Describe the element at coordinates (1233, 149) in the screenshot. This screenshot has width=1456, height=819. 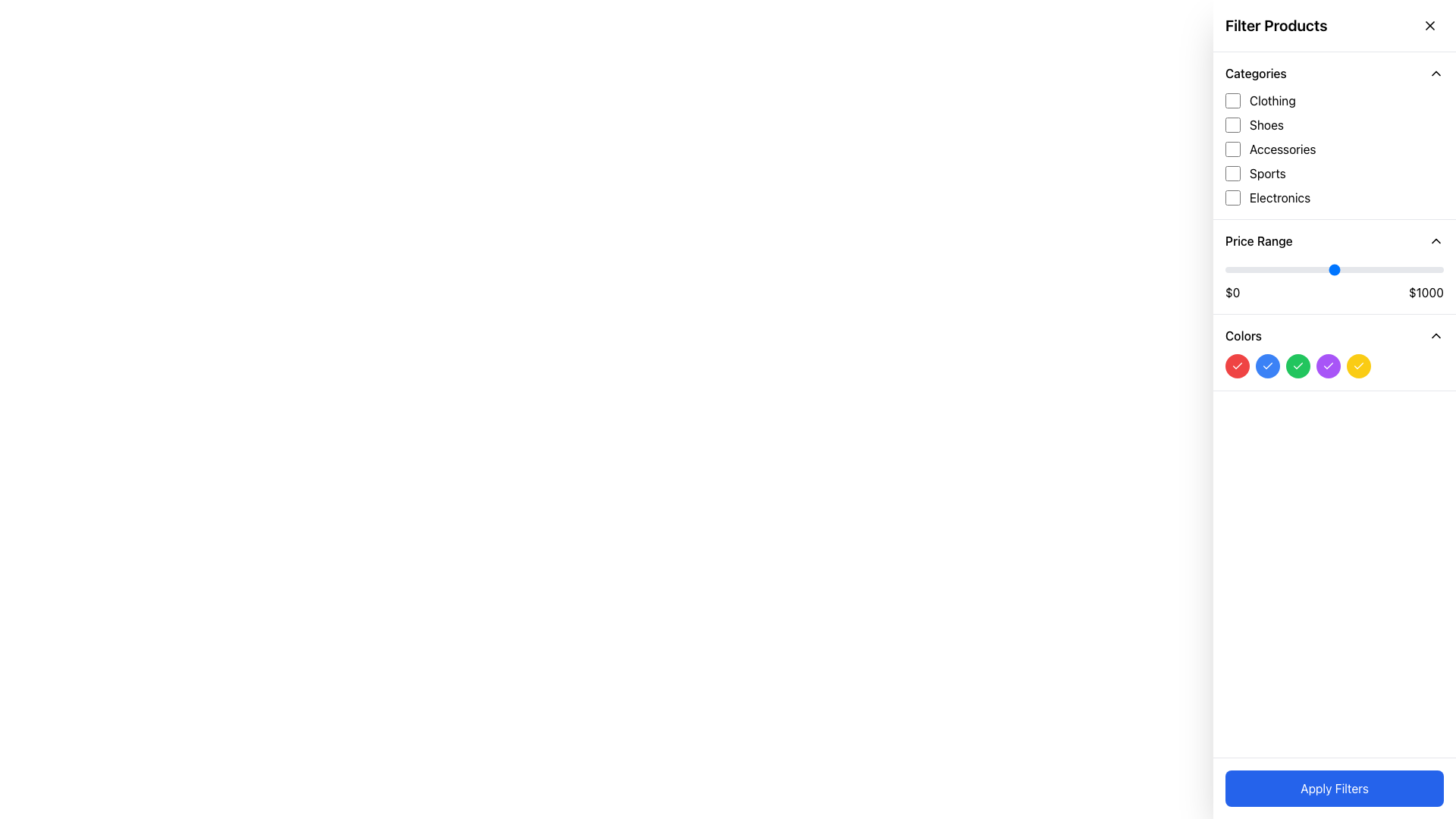
I see `the 'Accessories' checkbox located in the 'Categories' section of the filter panel to filter products by this category` at that location.